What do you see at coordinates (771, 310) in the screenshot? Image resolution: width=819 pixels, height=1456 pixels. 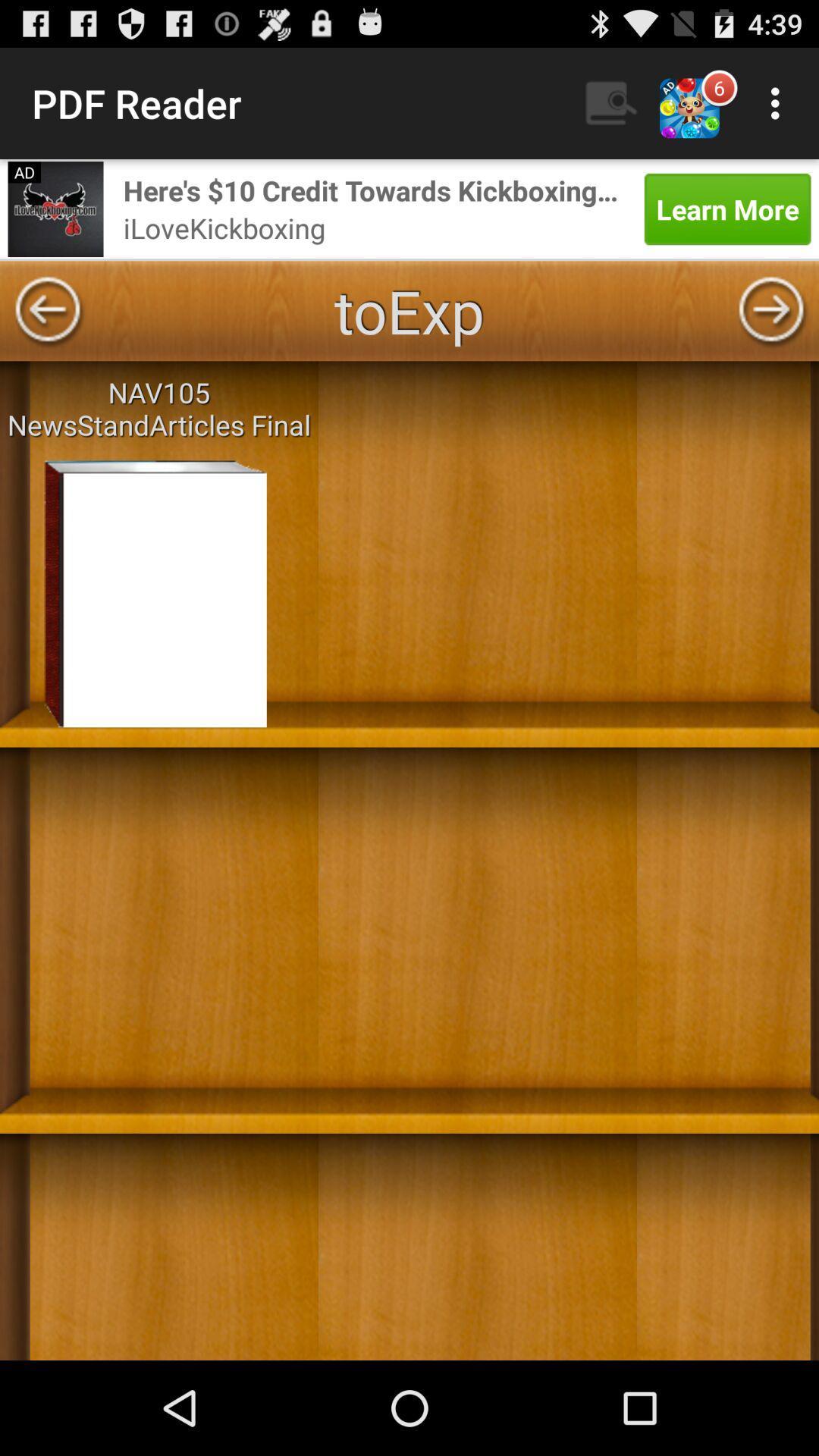 I see `button 'next` at bounding box center [771, 310].